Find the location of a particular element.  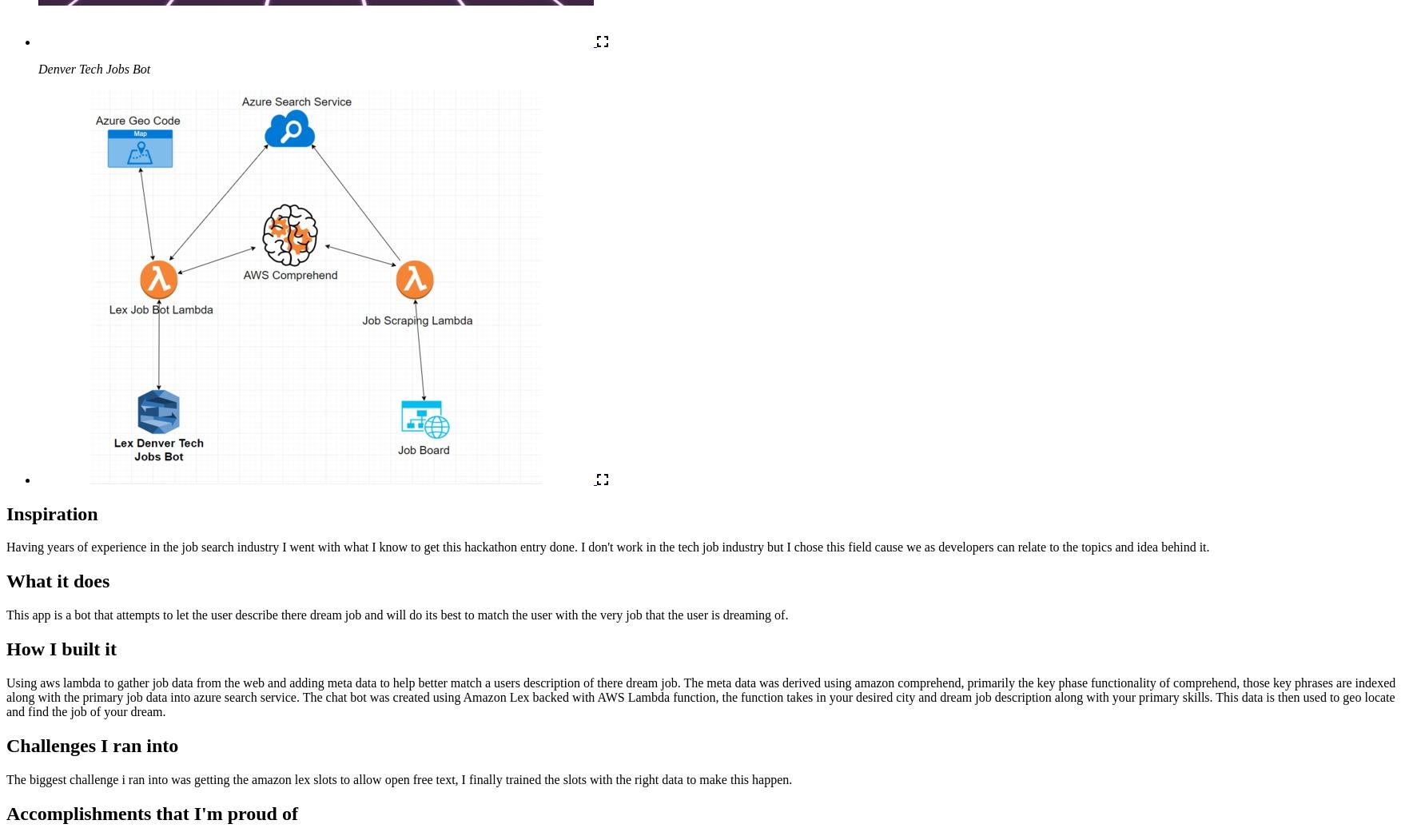

'Having years of experience in the job search industry I went with what I know to get this hackathon entry done. I don't work in the tech job industry but I chose this field cause we as developers can relate to the topics and idea behind it.' is located at coordinates (607, 547).